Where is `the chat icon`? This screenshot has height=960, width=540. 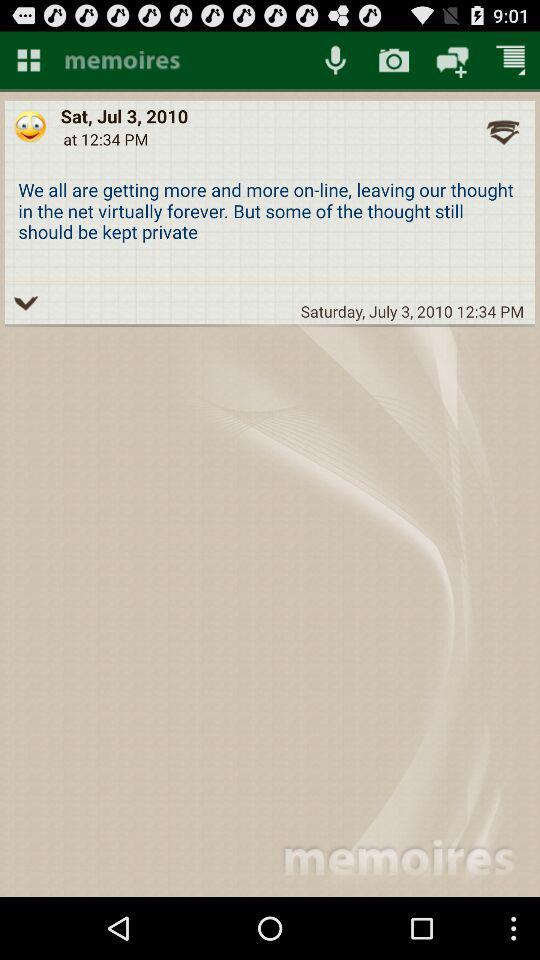
the chat icon is located at coordinates (452, 64).